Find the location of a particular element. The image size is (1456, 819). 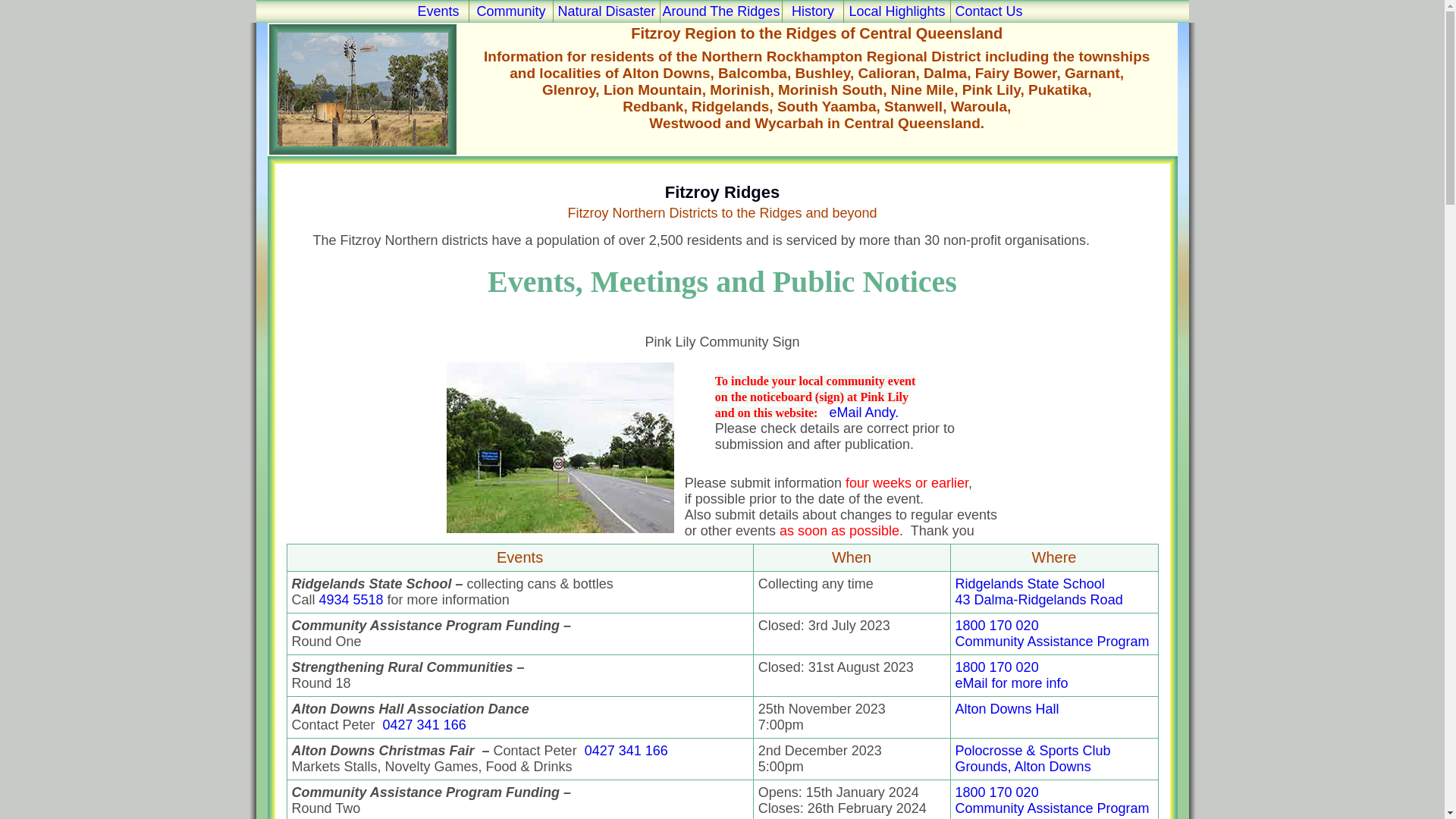

'Around The Ridges' is located at coordinates (720, 11).